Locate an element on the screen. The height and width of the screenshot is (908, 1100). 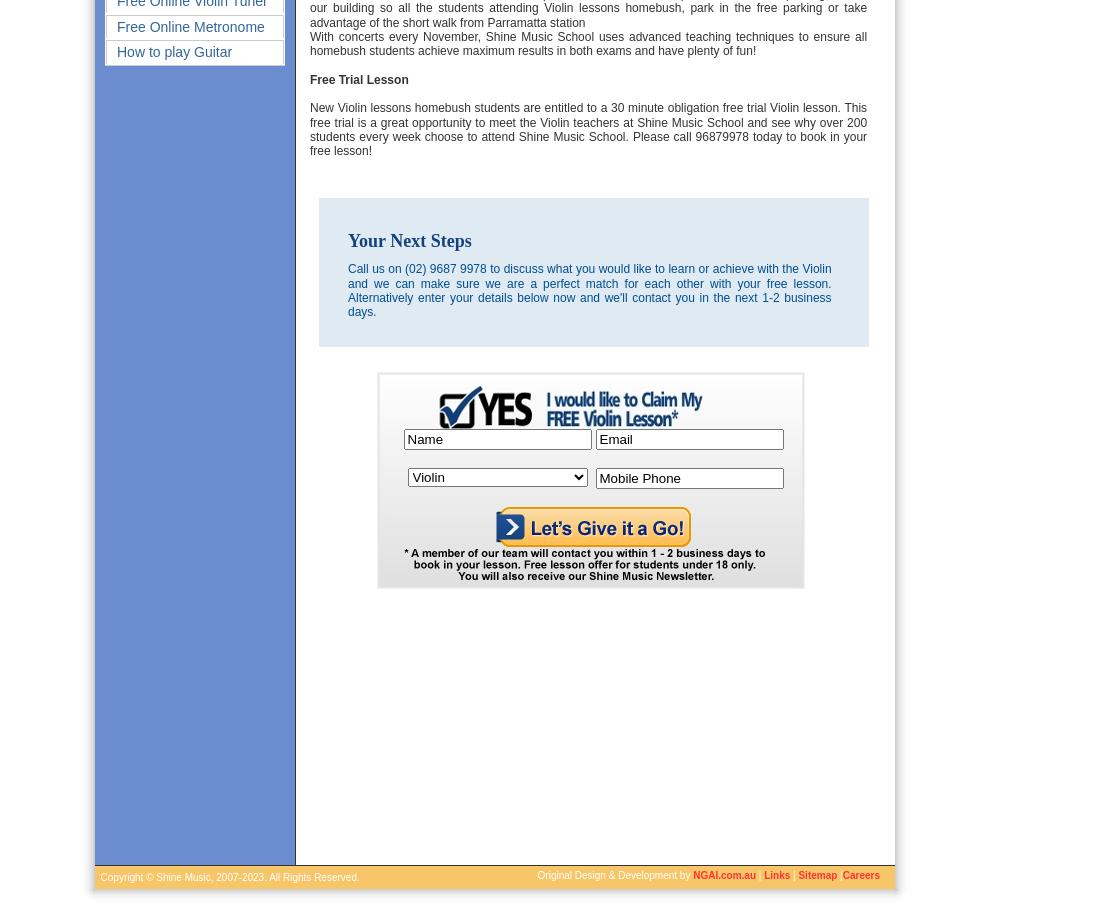
'Sitemap' is located at coordinates (798, 875).